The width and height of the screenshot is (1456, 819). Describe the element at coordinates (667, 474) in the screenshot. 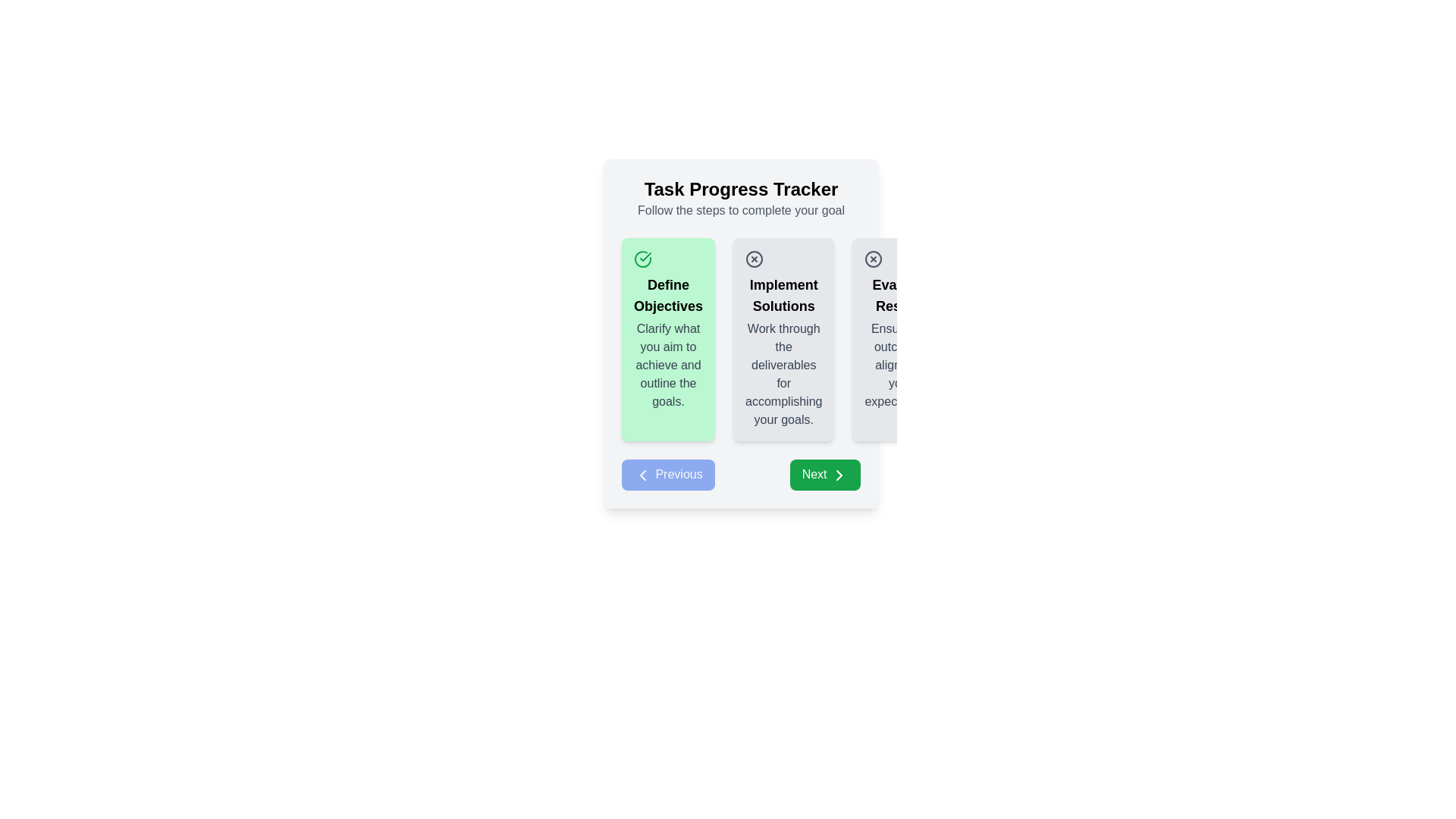

I see `the 'Previous' button with a blue background and white text, located in the navigation footer of the task progress tracker` at that location.